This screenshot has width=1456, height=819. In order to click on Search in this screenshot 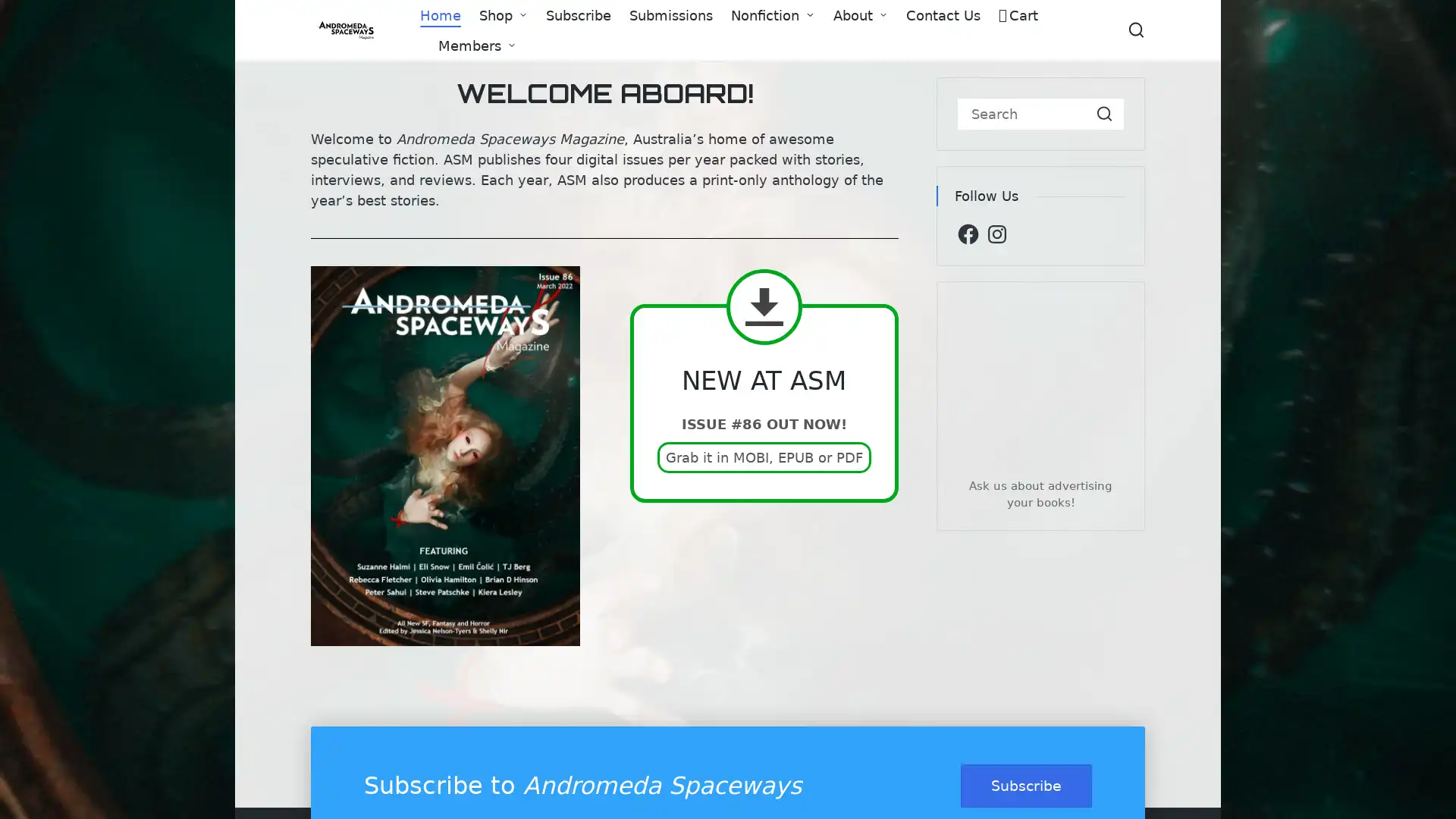, I will do `click(1104, 113)`.